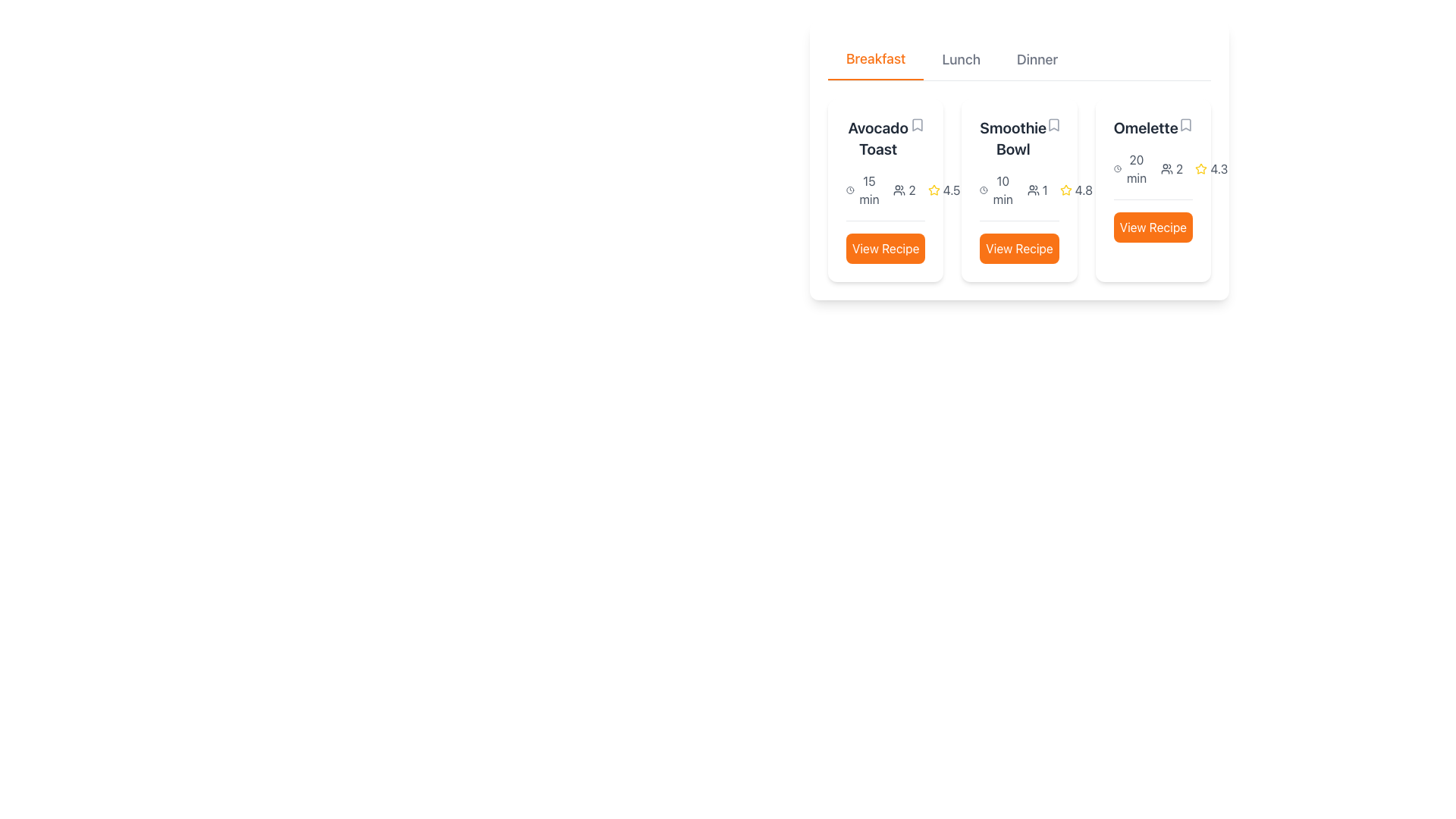 Image resolution: width=1456 pixels, height=819 pixels. What do you see at coordinates (850, 189) in the screenshot?
I see `the circular icon resembling a clock face within the 'Breakfast' section of the options under 'Avocado Toast'` at bounding box center [850, 189].